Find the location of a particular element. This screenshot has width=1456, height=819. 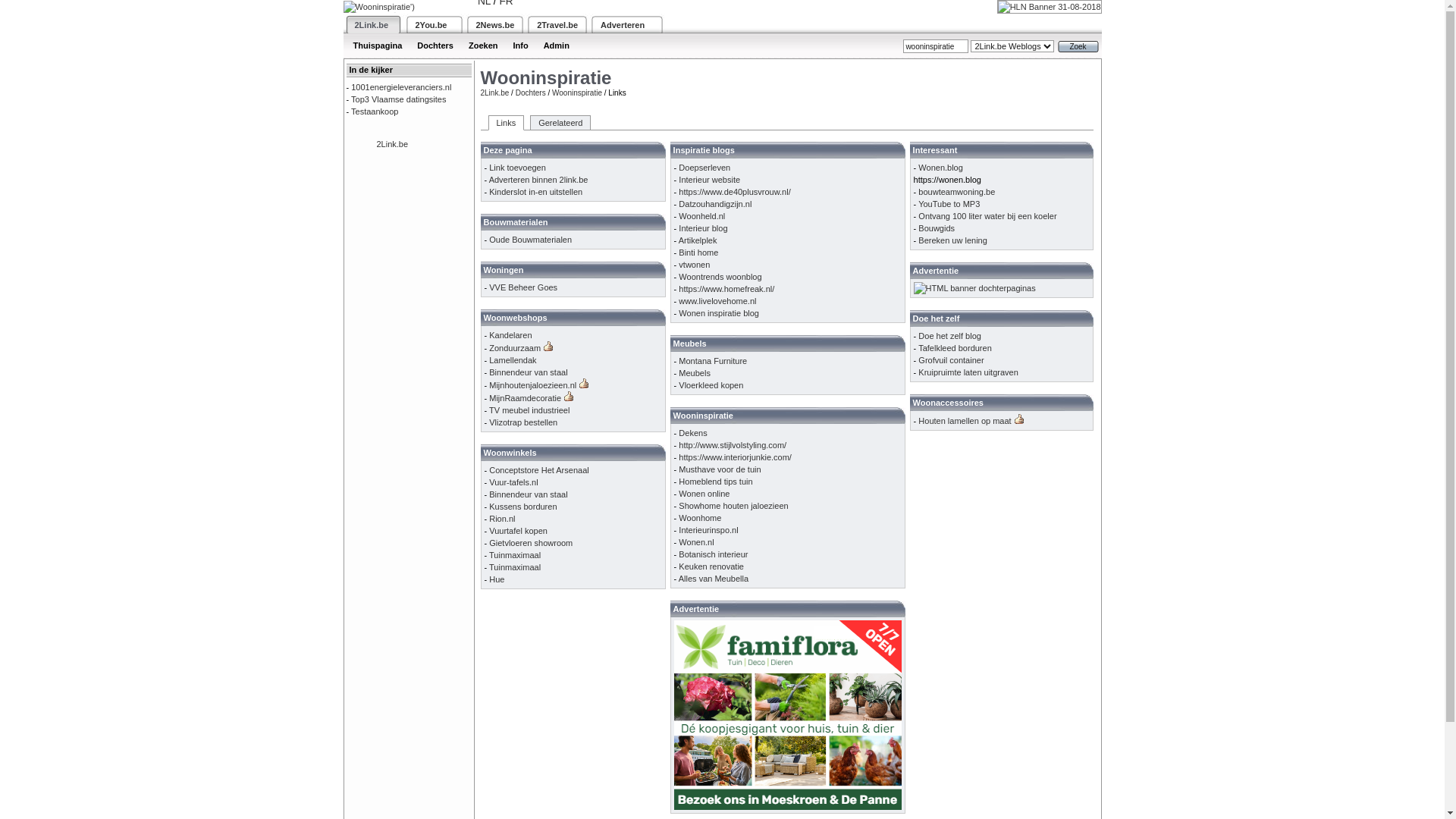

'Bouwgids' is located at coordinates (935, 227).